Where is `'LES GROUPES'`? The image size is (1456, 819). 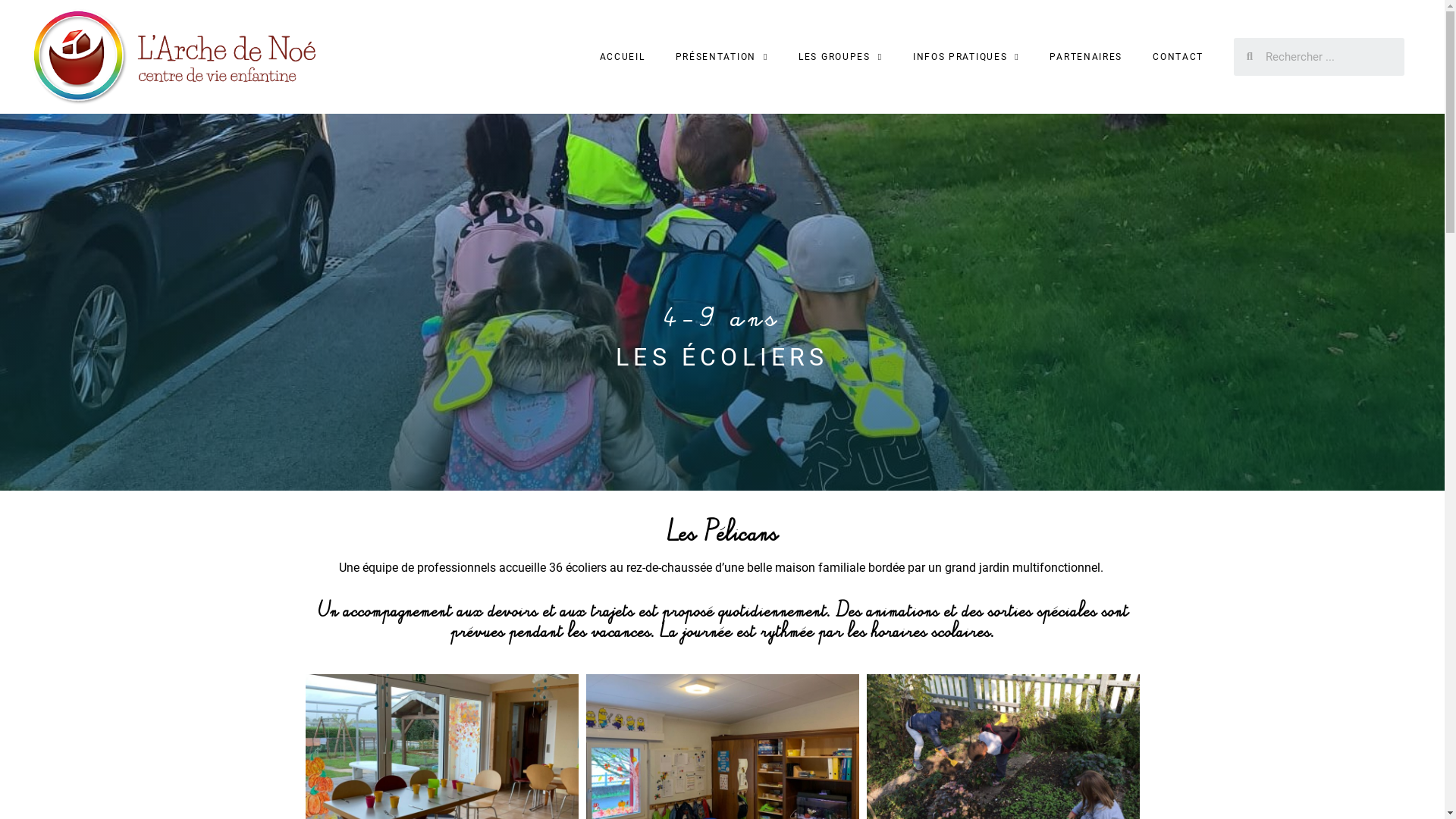 'LES GROUPES' is located at coordinates (839, 55).